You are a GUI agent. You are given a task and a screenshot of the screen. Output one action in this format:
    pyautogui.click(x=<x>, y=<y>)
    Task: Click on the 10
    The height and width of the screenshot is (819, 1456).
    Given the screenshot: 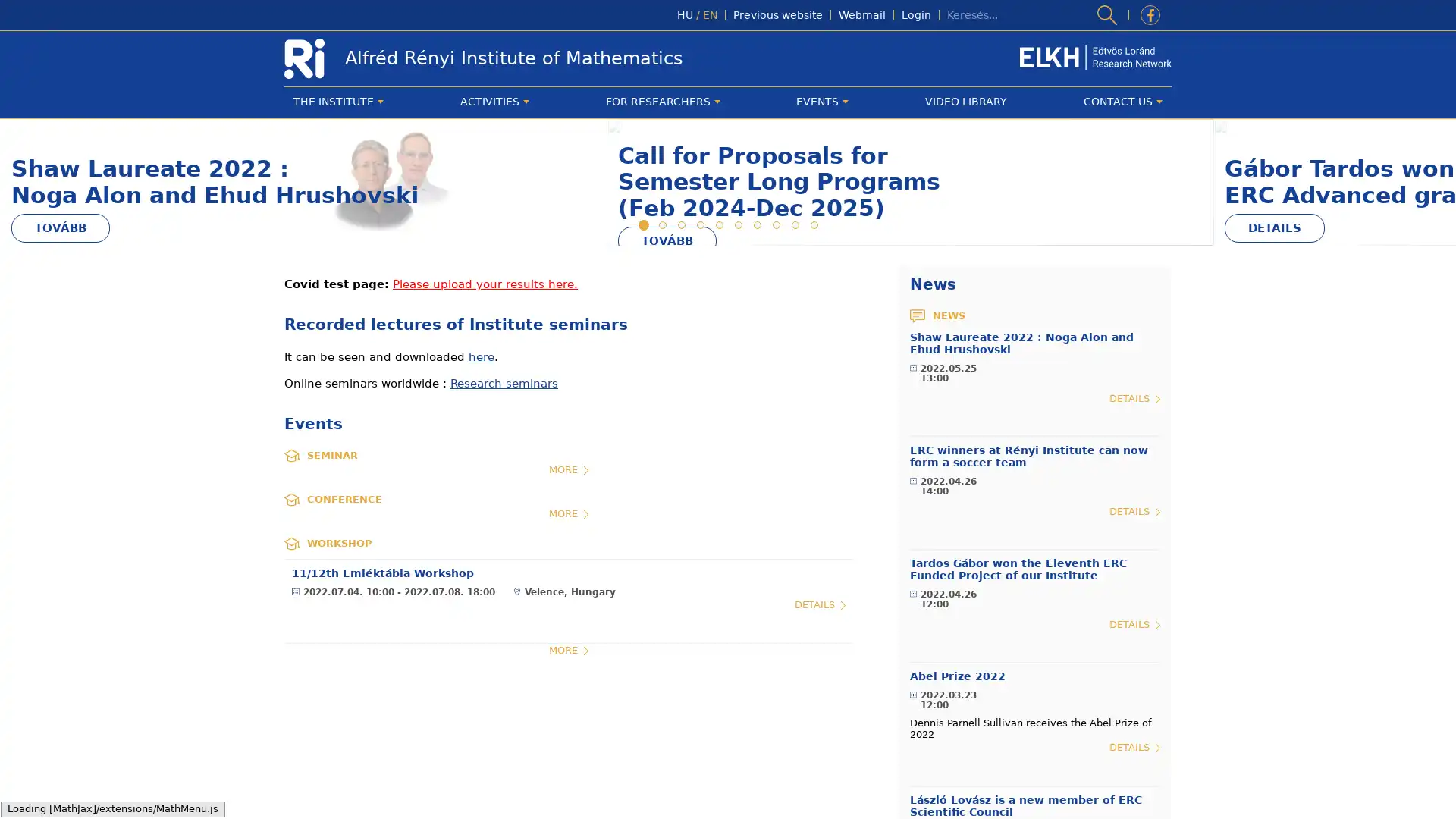 What is the action you would take?
    pyautogui.click(x=812, y=400)
    